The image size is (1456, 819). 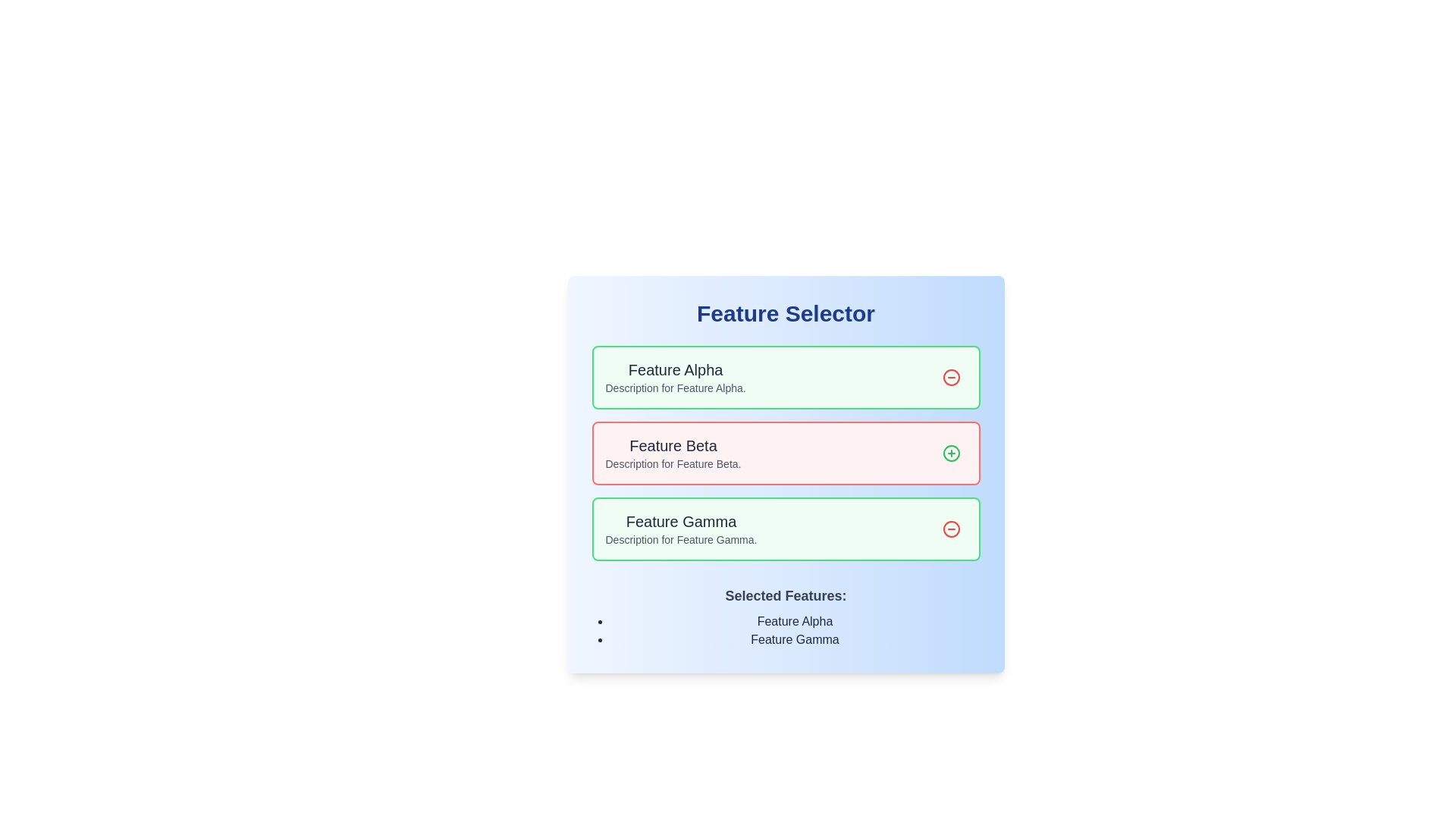 What do you see at coordinates (675, 388) in the screenshot?
I see `description text provided by the Text Label located directly below the 'Feature Alpha' heading in the first feature block` at bounding box center [675, 388].